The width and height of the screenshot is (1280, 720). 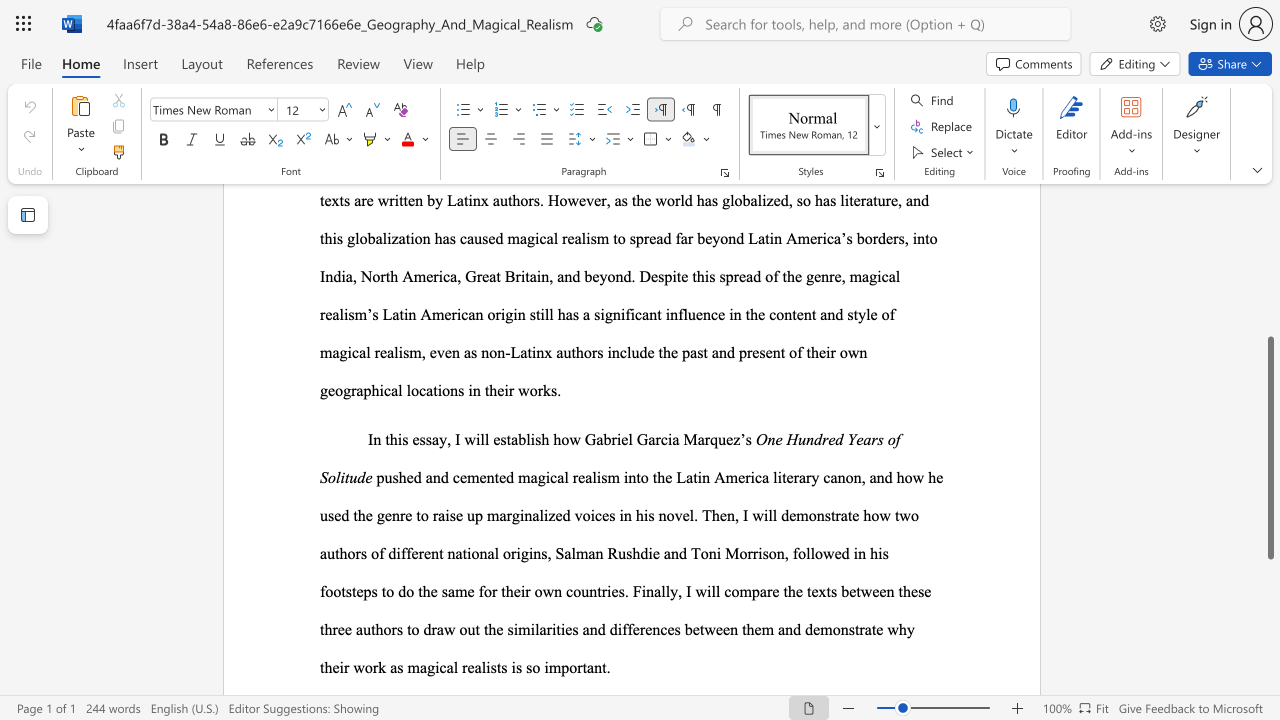 I want to click on the subset text "emonstrate" within the text "demonstrate", so click(x=813, y=628).